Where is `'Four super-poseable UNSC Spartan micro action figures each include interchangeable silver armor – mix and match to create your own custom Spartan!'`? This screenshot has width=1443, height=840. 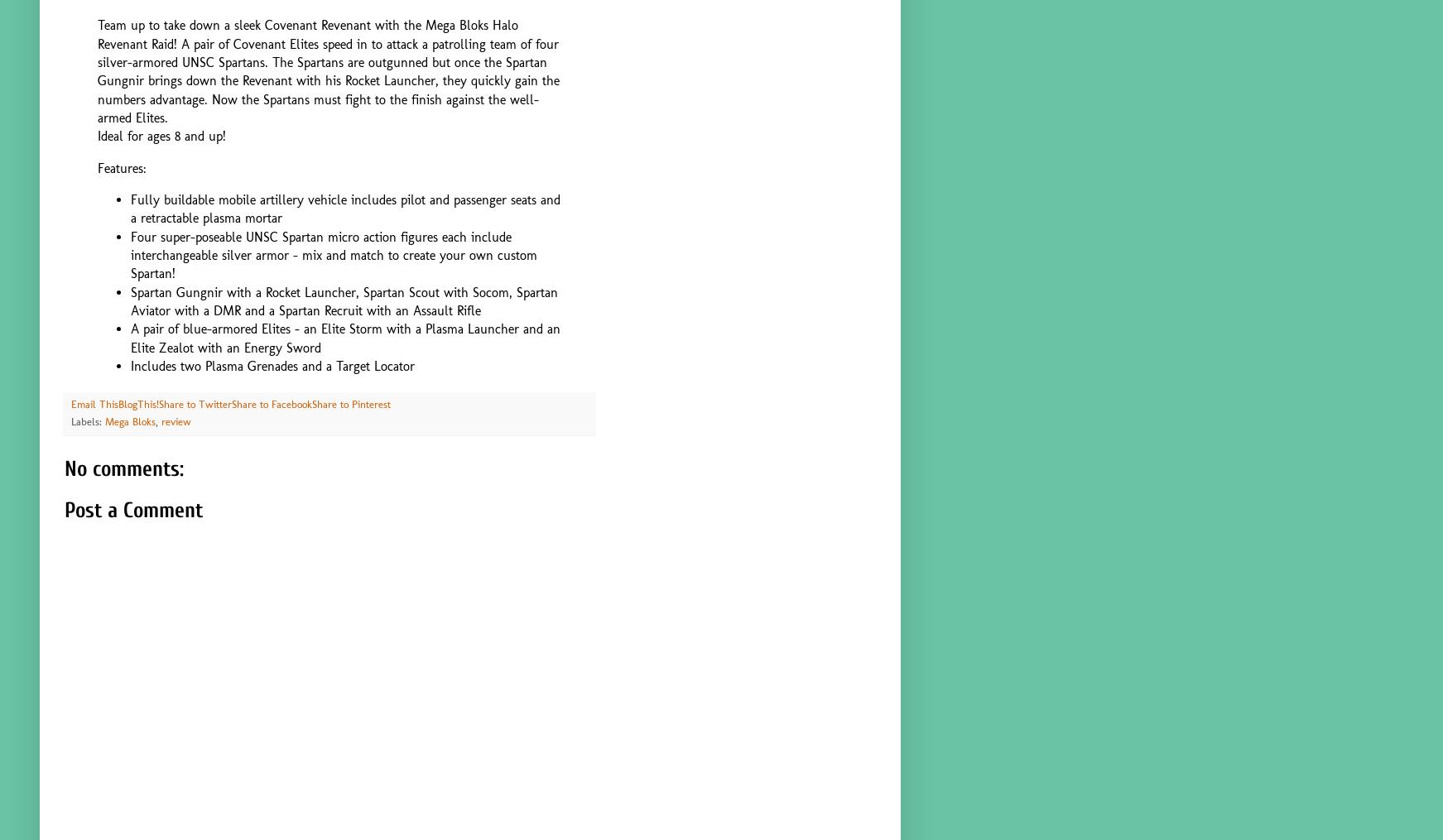
'Four super-poseable UNSC Spartan micro action figures each include interchangeable silver armor – mix and match to create your own custom Spartan!' is located at coordinates (334, 253).